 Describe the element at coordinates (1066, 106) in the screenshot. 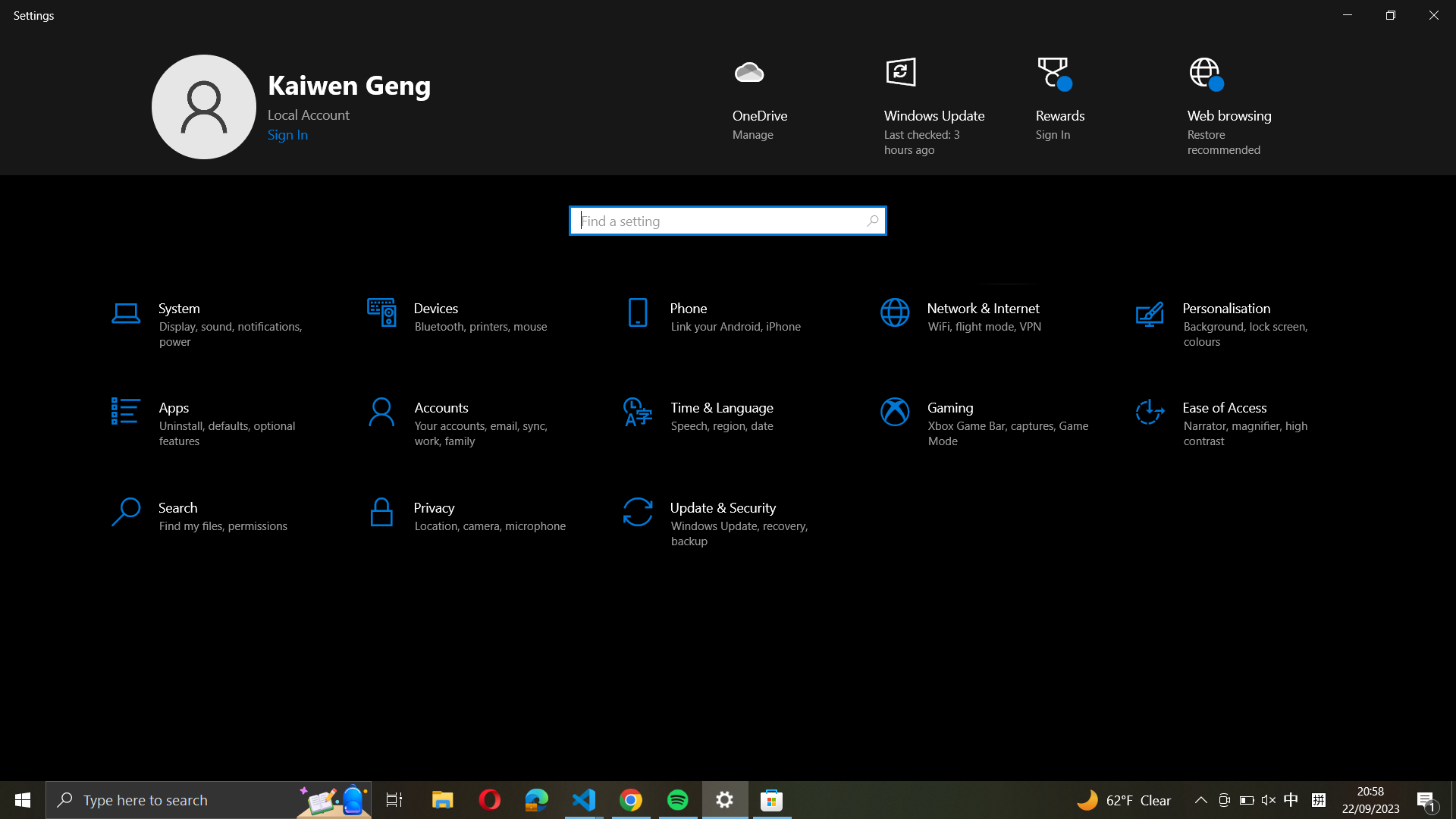

I see `Carry out a click action on "Rewards` at that location.